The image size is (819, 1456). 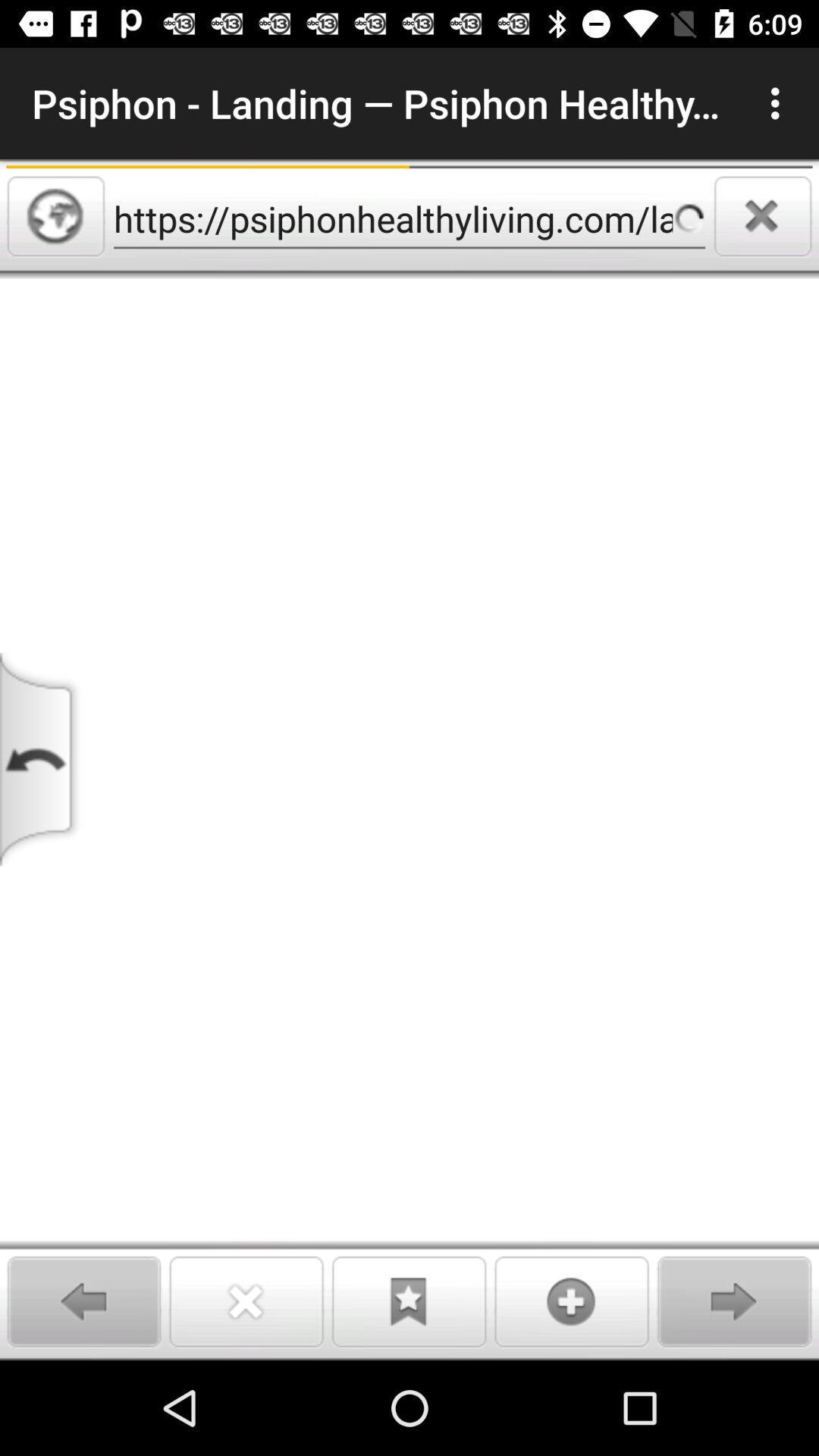 I want to click on bookmark page, so click(x=408, y=1301).